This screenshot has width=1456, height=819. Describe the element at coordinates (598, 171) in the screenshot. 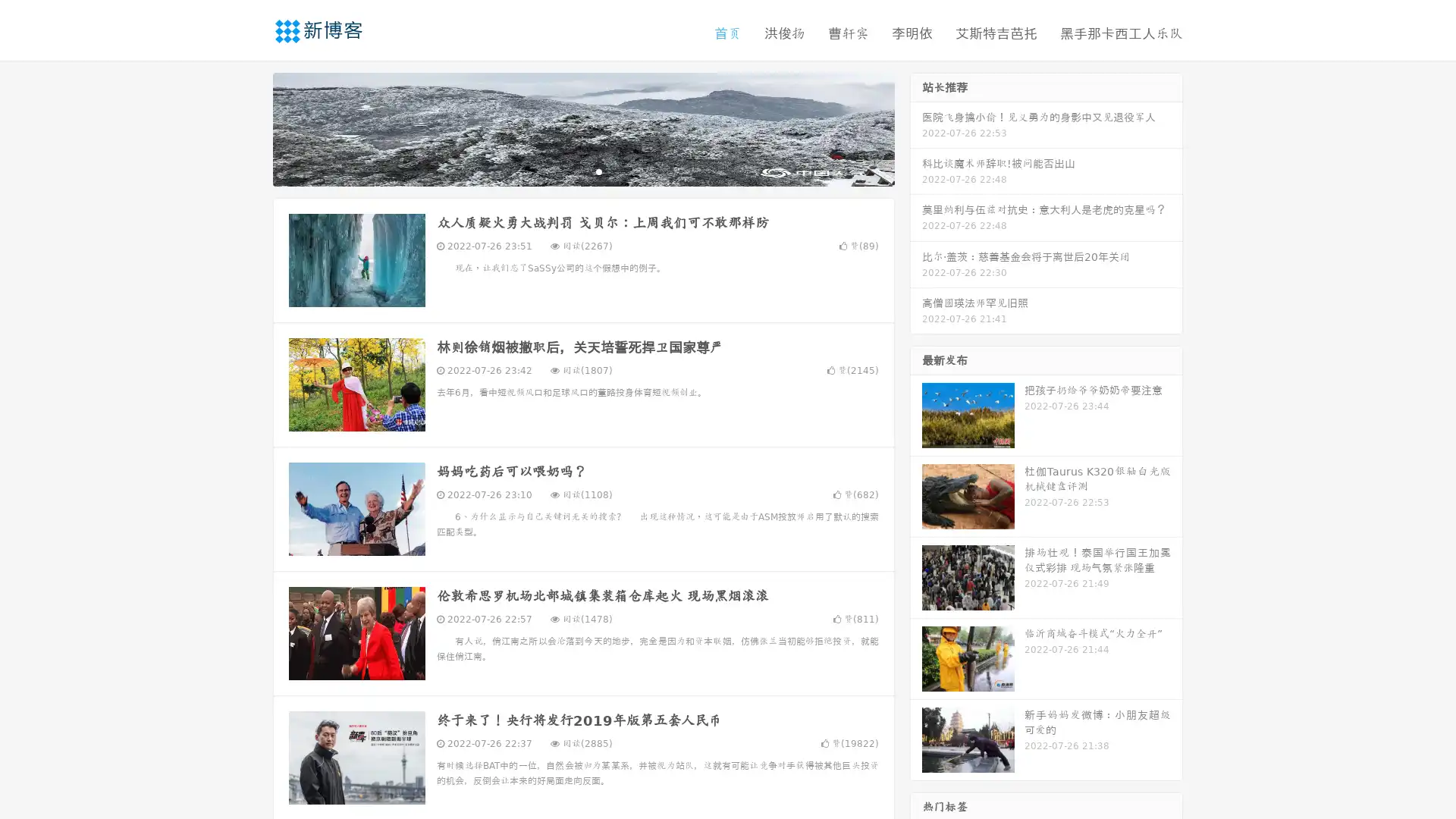

I see `Go to slide 3` at that location.